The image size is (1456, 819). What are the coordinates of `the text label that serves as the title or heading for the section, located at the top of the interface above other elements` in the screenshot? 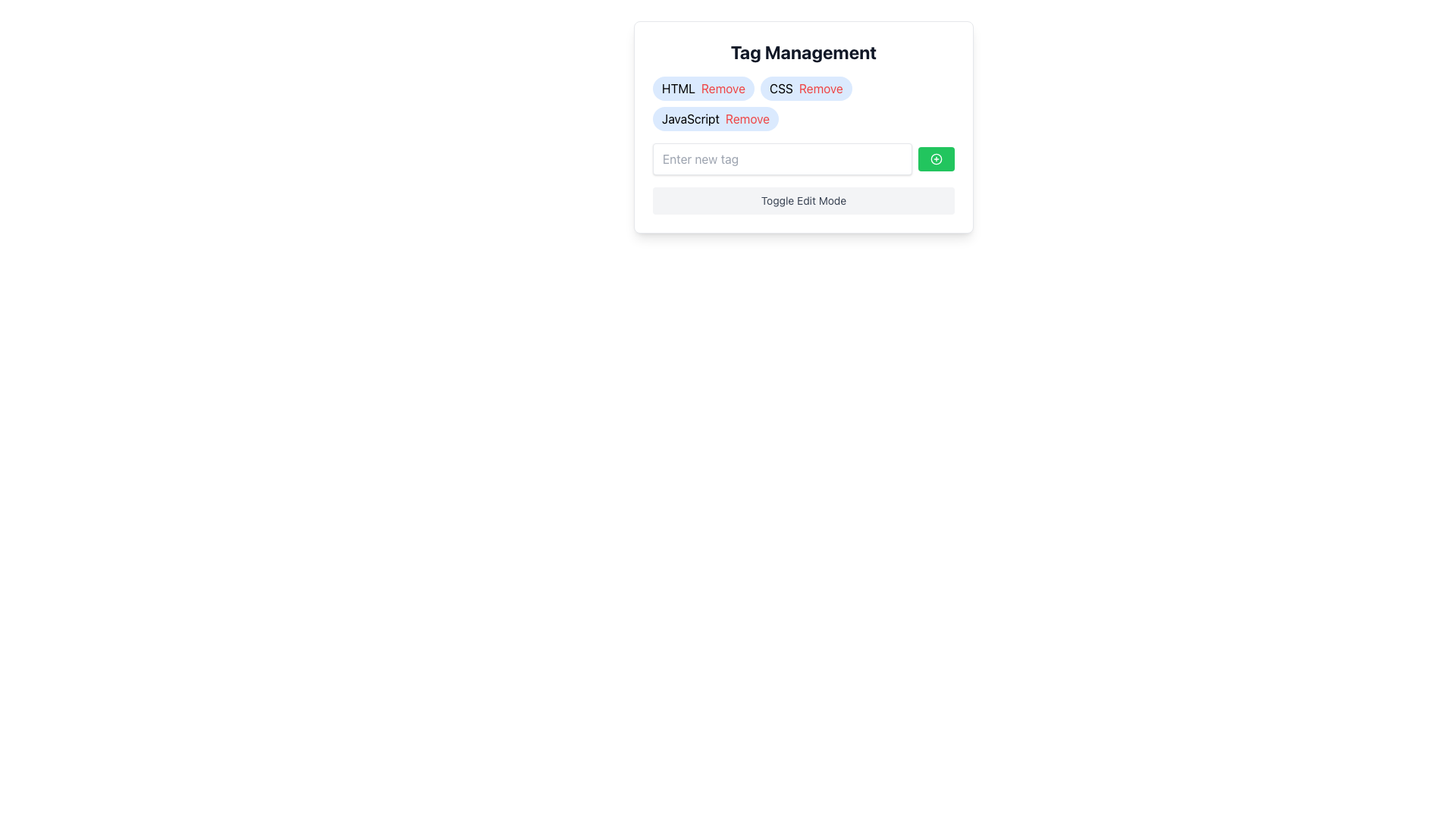 It's located at (803, 52).